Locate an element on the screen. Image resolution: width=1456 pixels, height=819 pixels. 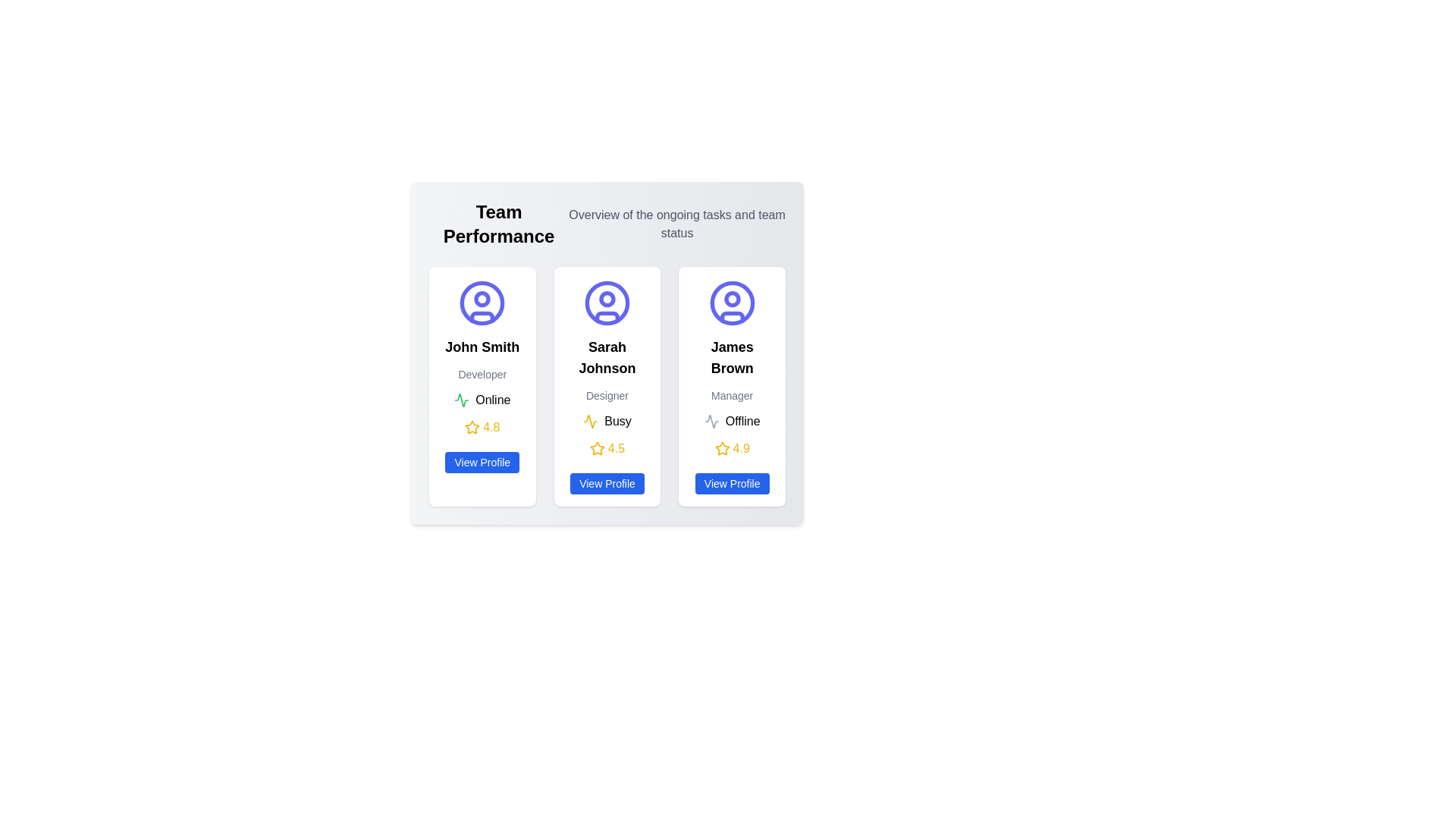
the header section containing the title 'Team Performance' and subtitle 'Overview of the ongoing tasks and team status' is located at coordinates (607, 224).